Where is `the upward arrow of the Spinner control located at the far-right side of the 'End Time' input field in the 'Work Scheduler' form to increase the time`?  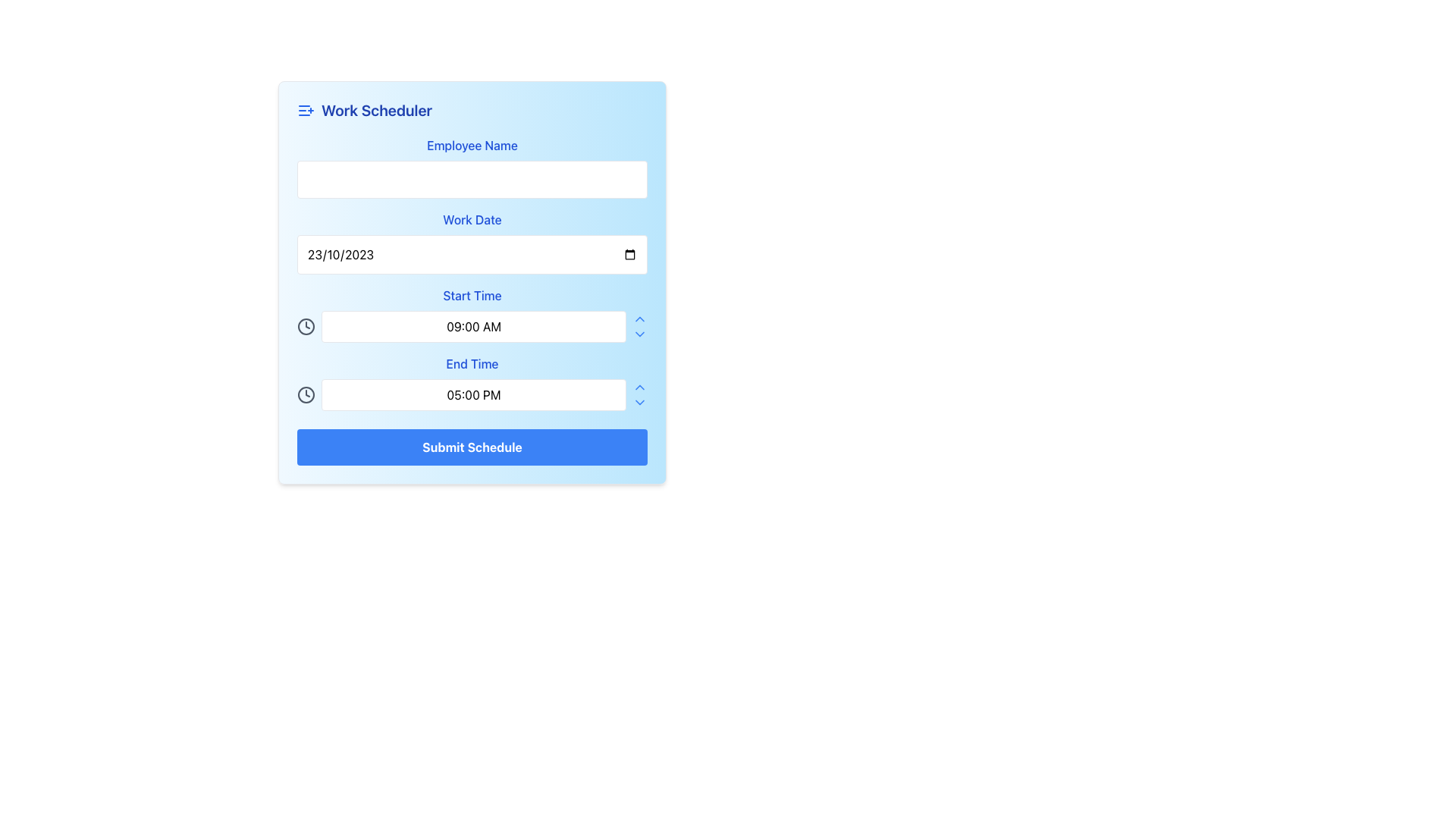
the upward arrow of the Spinner control located at the far-right side of the 'End Time' input field in the 'Work Scheduler' form to increase the time is located at coordinates (640, 394).